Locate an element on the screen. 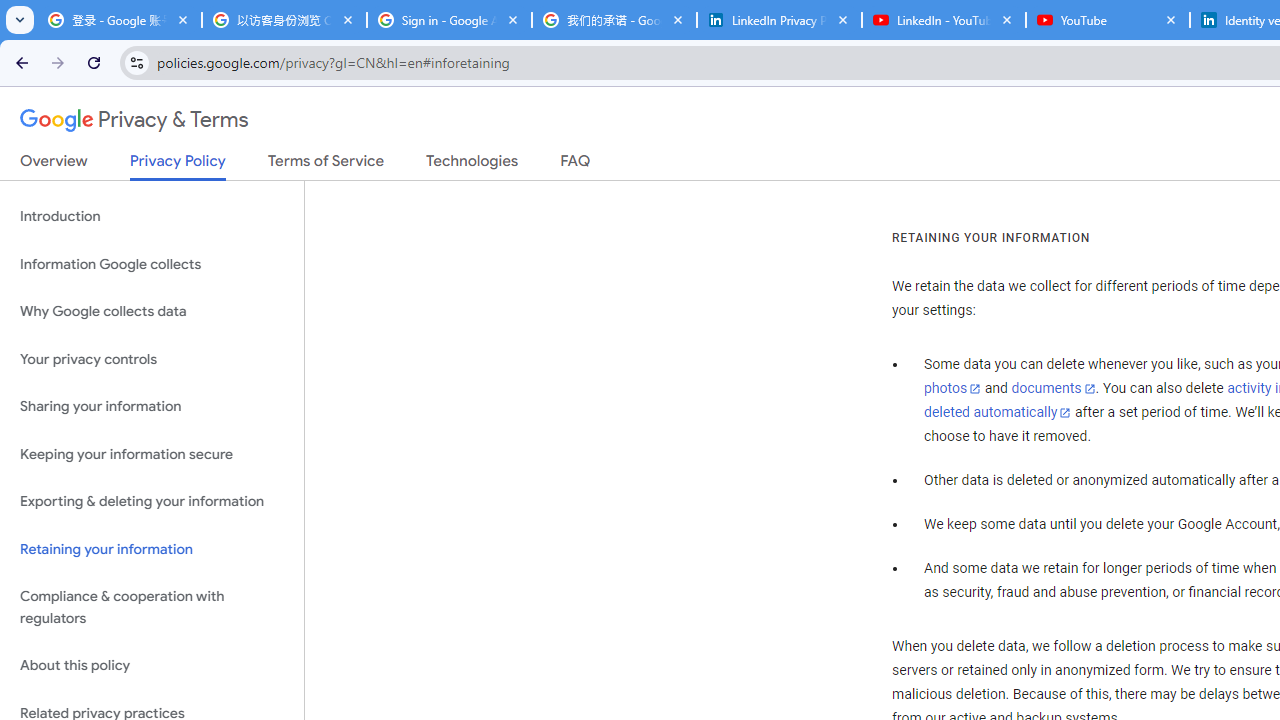  'Exporting & deleting your information' is located at coordinates (151, 501).